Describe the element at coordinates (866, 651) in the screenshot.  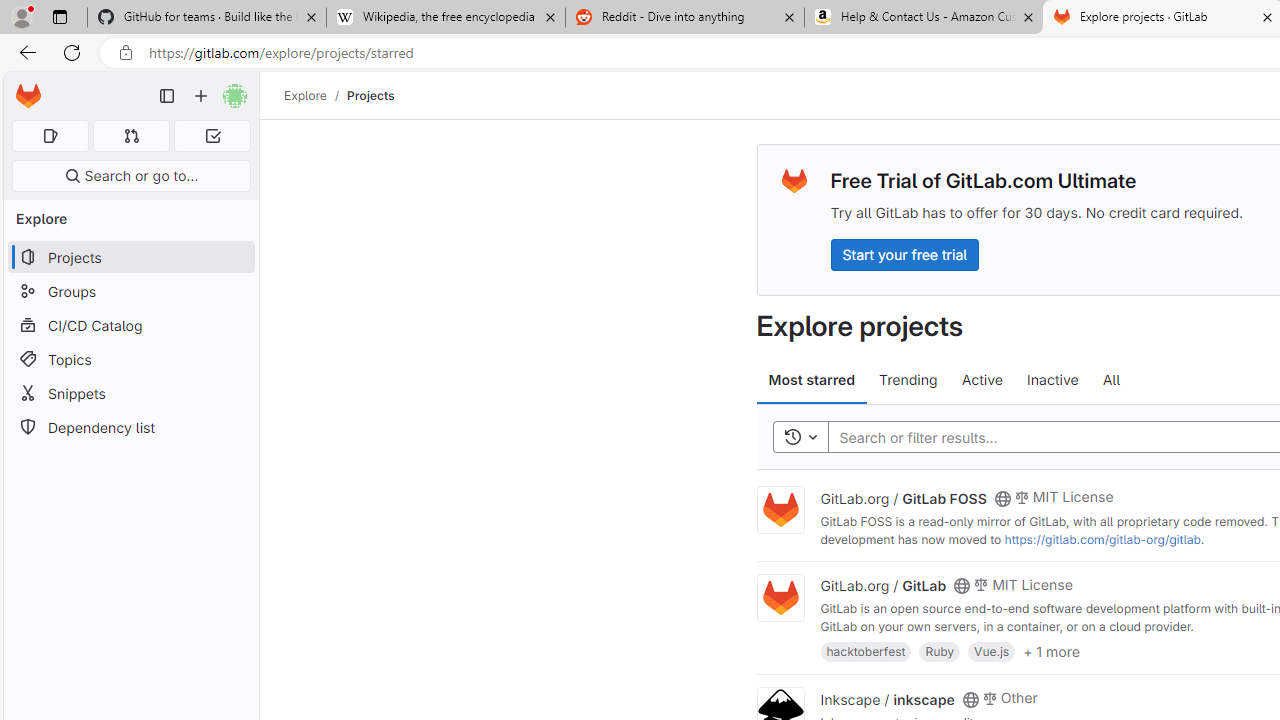
I see `'hacktoberfest'` at that location.